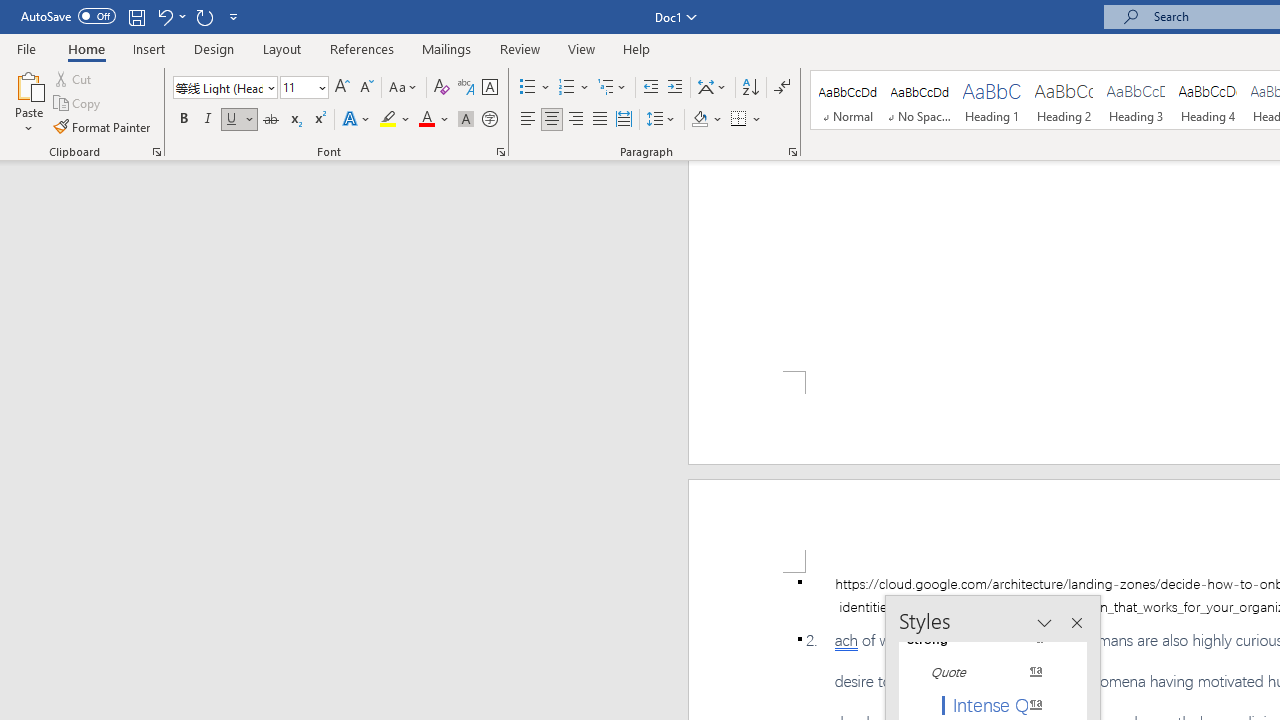 The width and height of the screenshot is (1280, 720). I want to click on 'Subscript', so click(294, 119).